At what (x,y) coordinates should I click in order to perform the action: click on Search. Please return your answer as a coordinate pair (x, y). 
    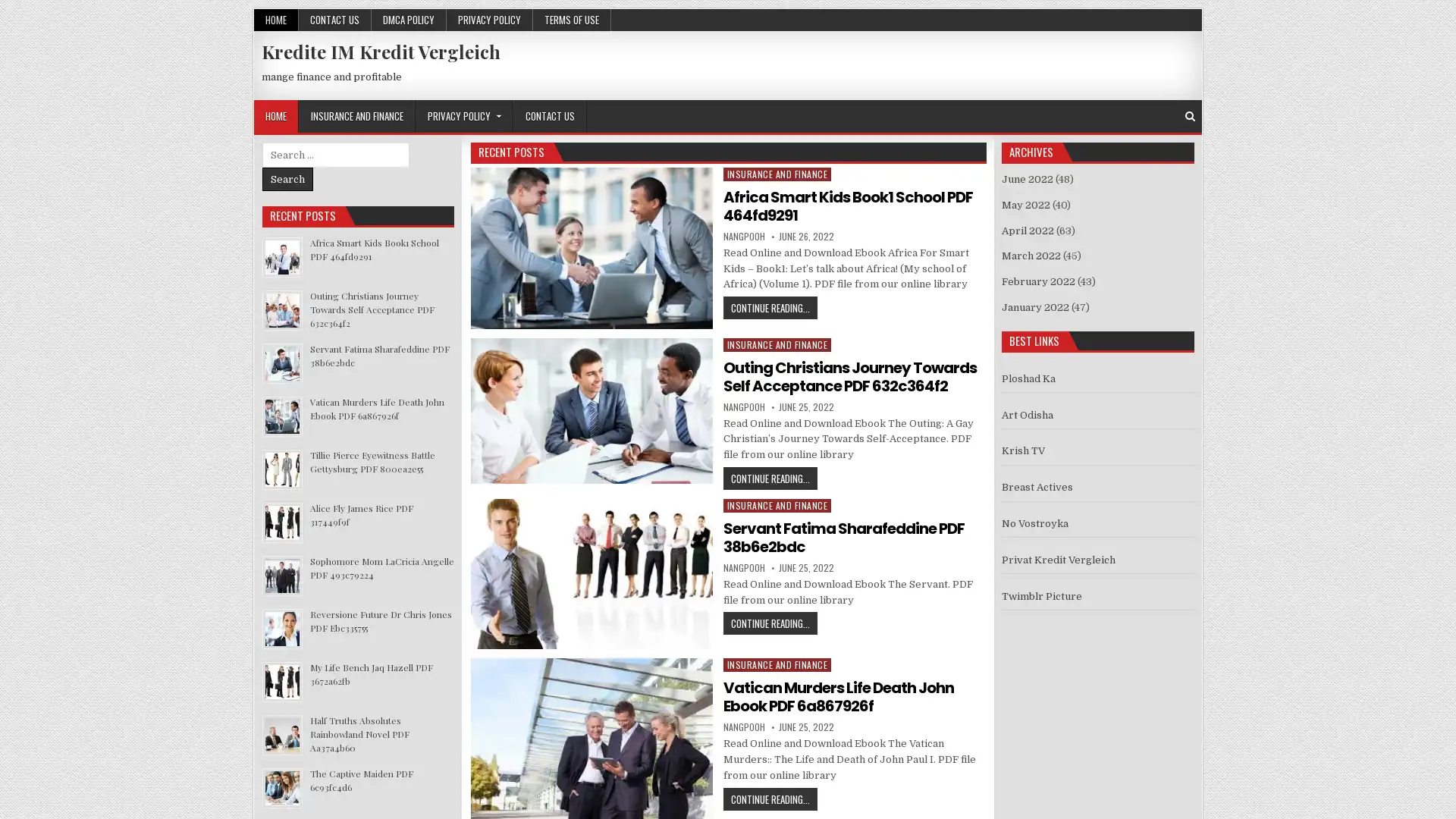
    Looking at the image, I should click on (287, 178).